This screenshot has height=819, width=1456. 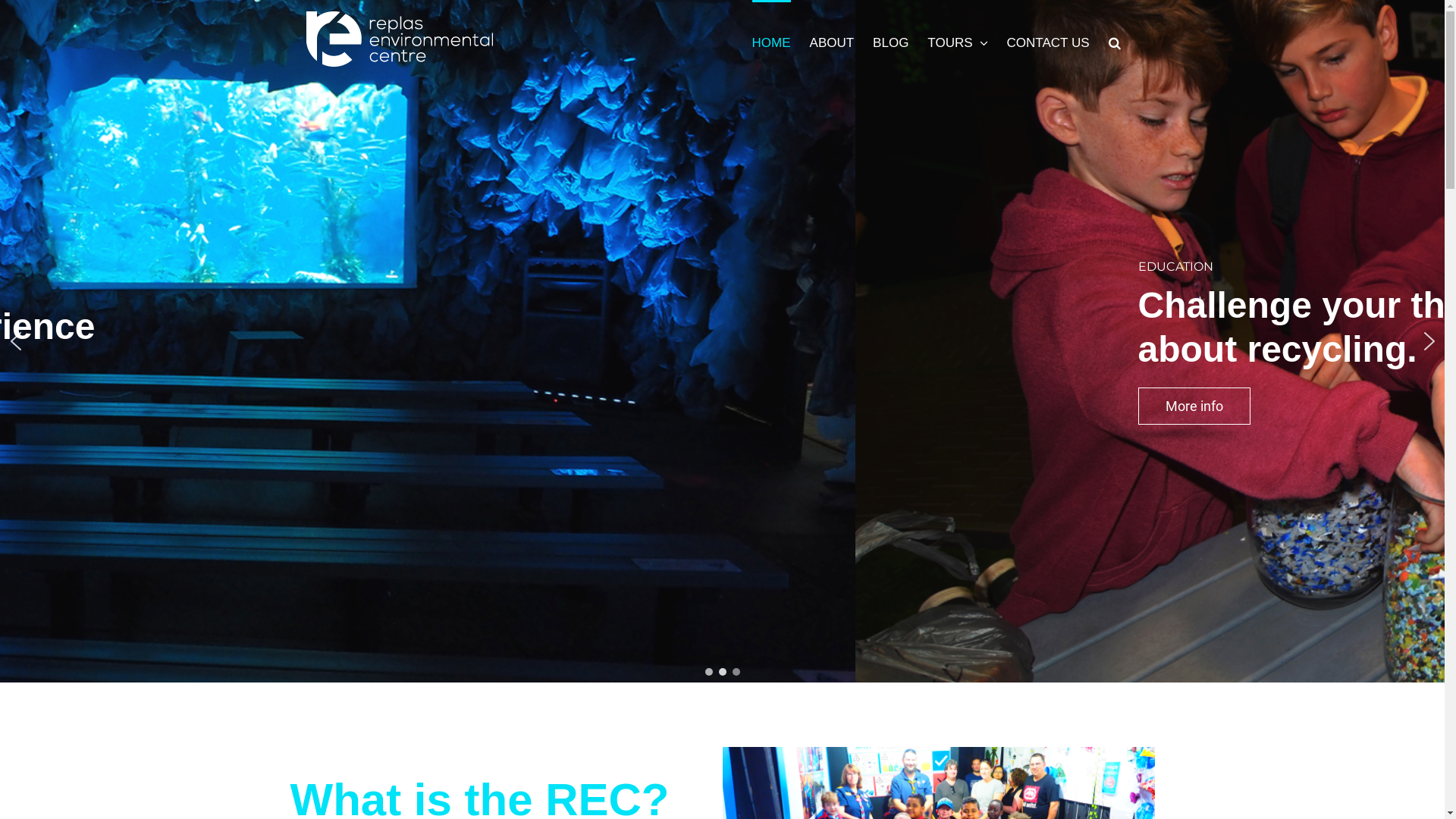 I want to click on 'HOME', so click(x=771, y=40).